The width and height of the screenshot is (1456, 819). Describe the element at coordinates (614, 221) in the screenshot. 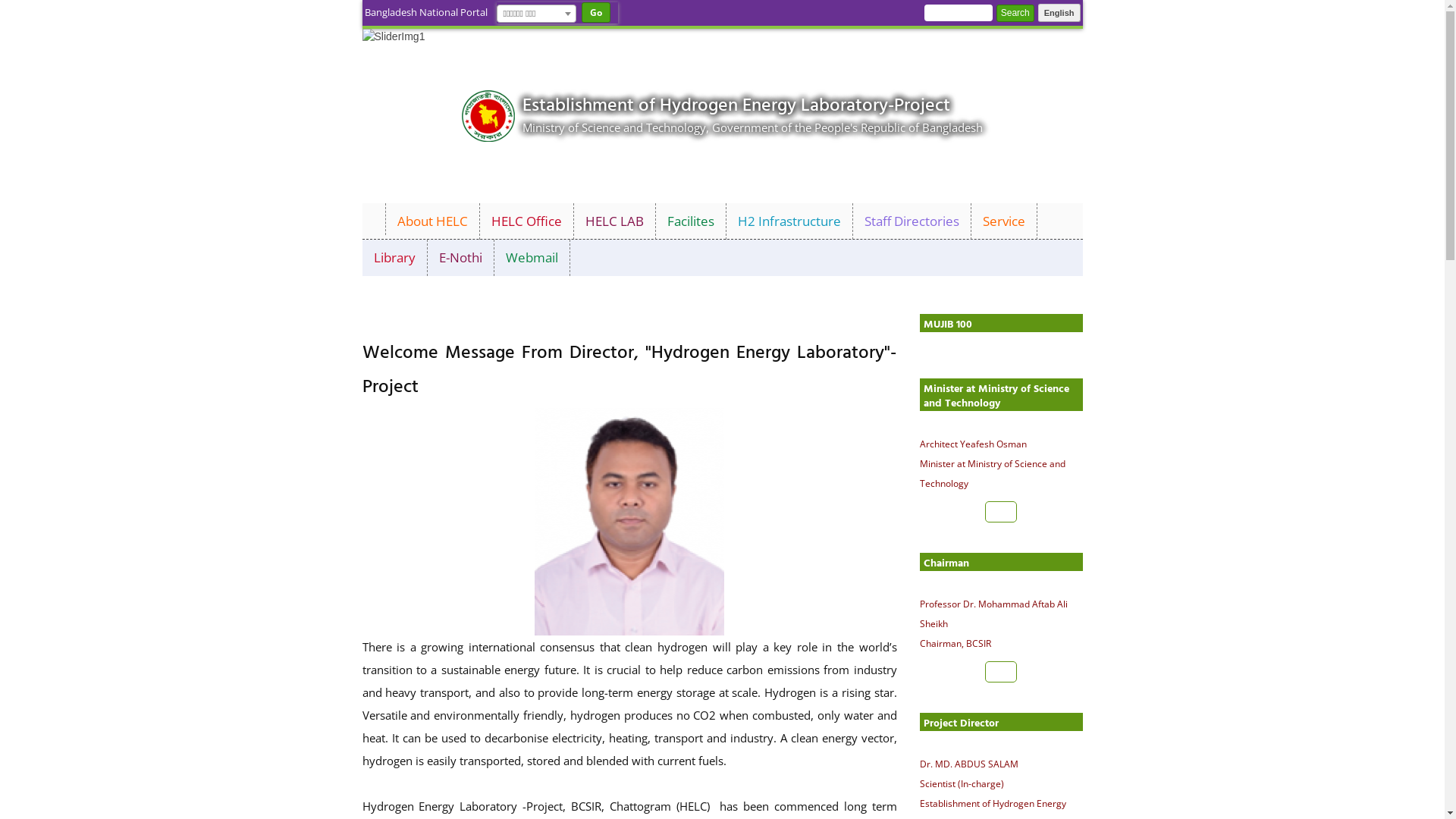

I see `'HELC LAB'` at that location.